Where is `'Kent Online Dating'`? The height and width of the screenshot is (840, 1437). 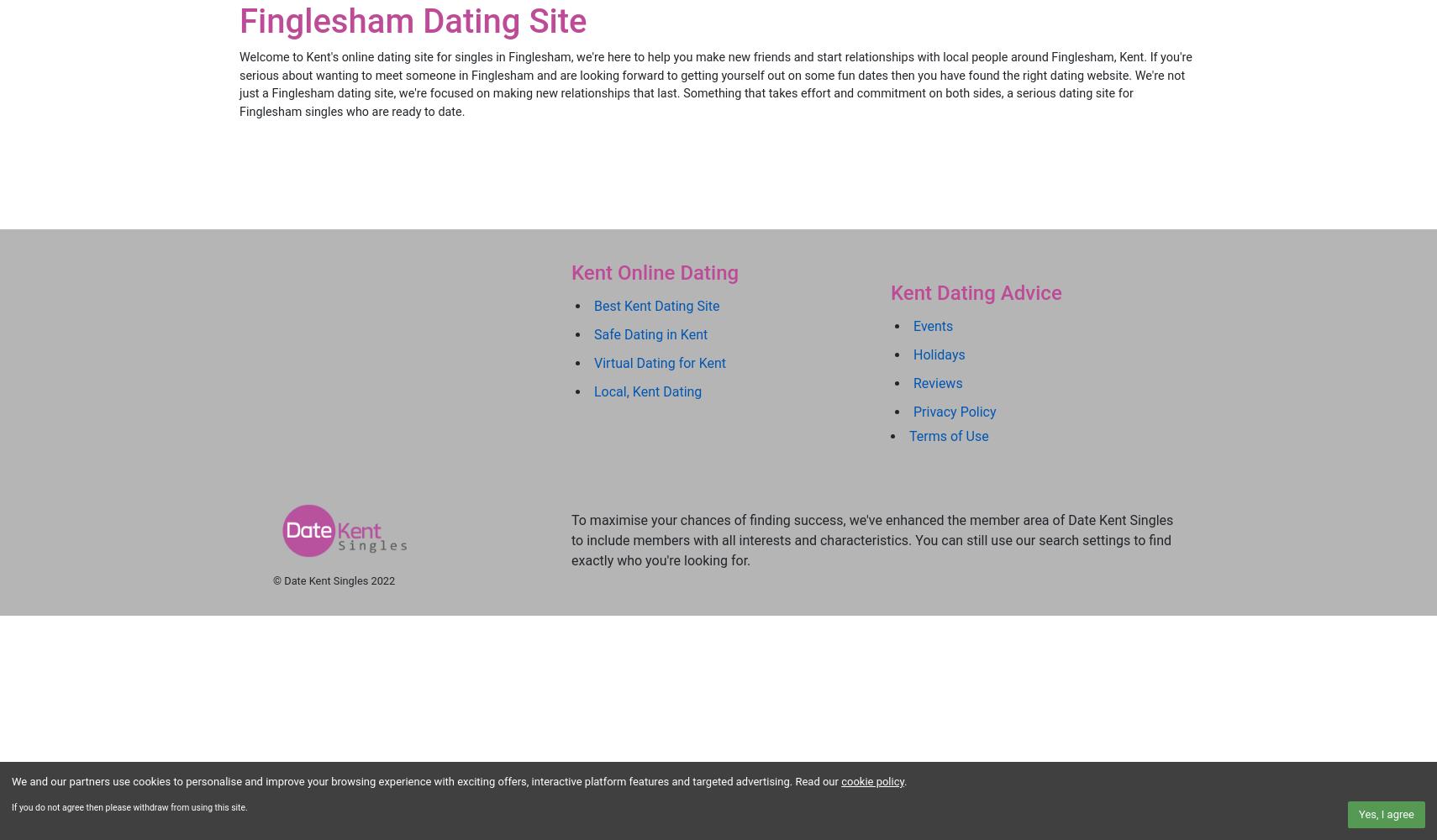
'Kent Online Dating' is located at coordinates (655, 272).